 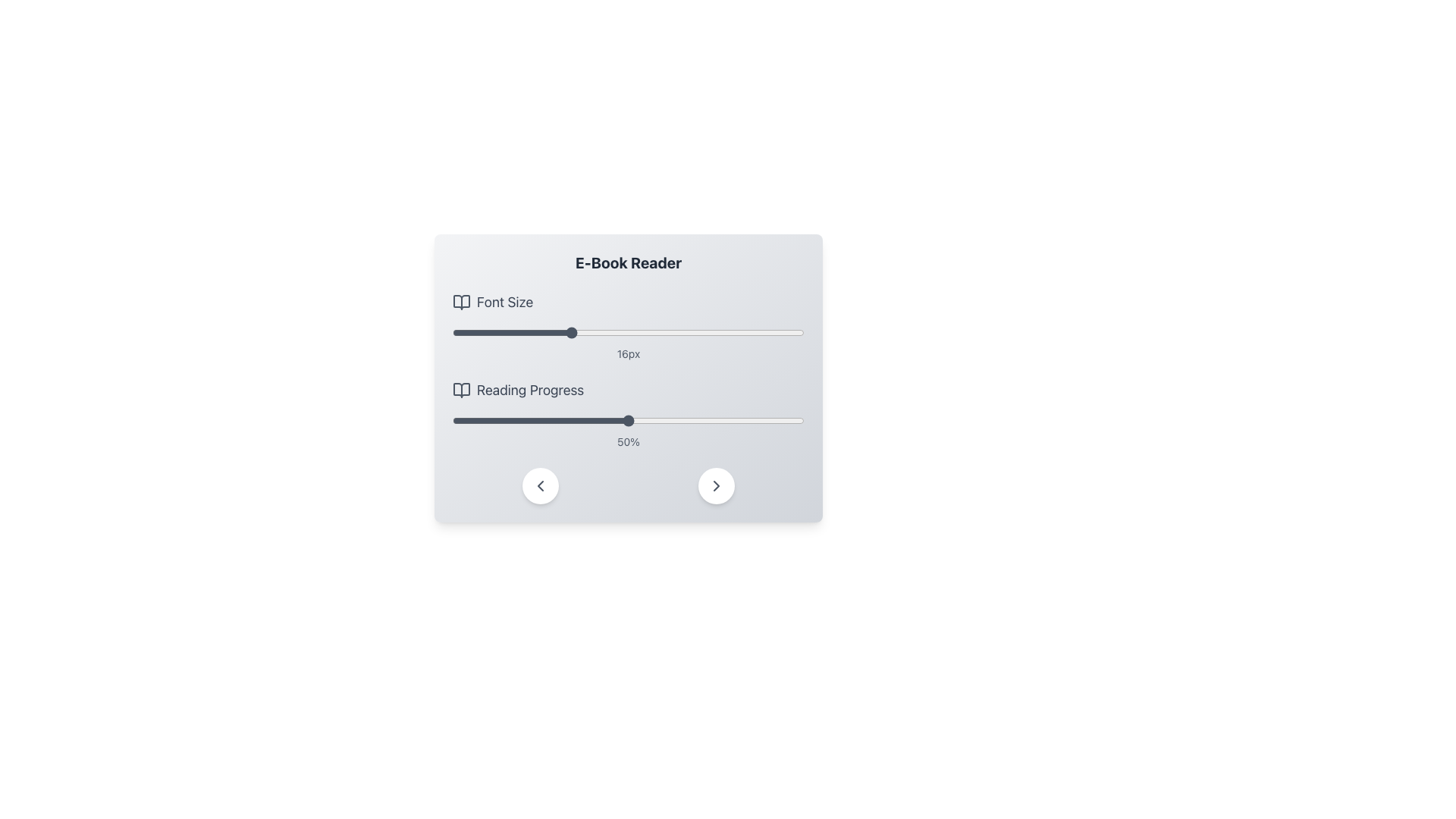 What do you see at coordinates (505, 302) in the screenshot?
I see `text label indicating the setting for 'Font Size', located to the right of the open book icon in the upper-left section of the interface` at bounding box center [505, 302].